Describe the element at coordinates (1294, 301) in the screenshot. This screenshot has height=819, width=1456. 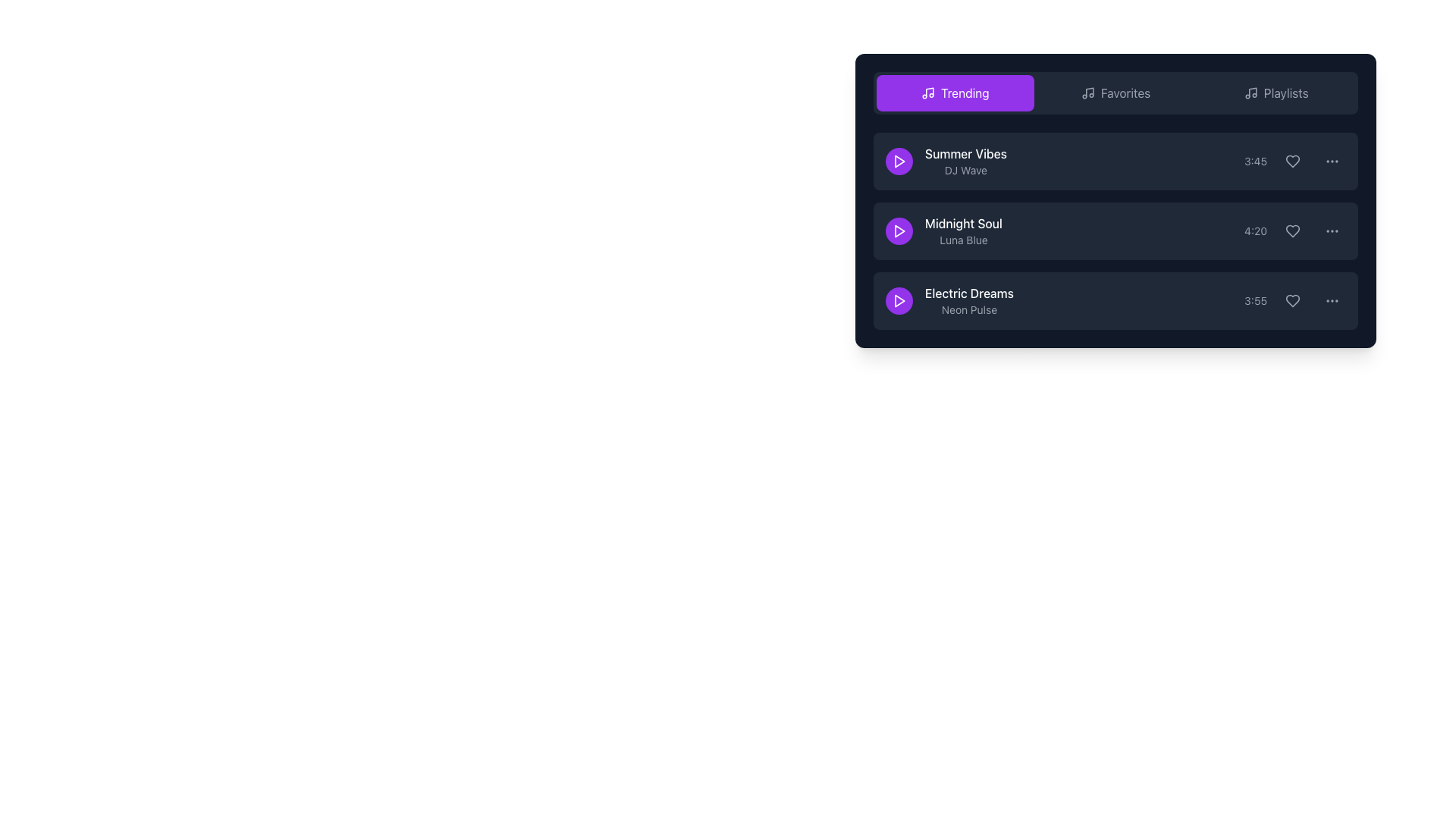
I see `the heart icon located at the end of the row labeled 'Electric Dreams - Neon Pulse', adjacent to the '3:55' timestamp, for additional options` at that location.